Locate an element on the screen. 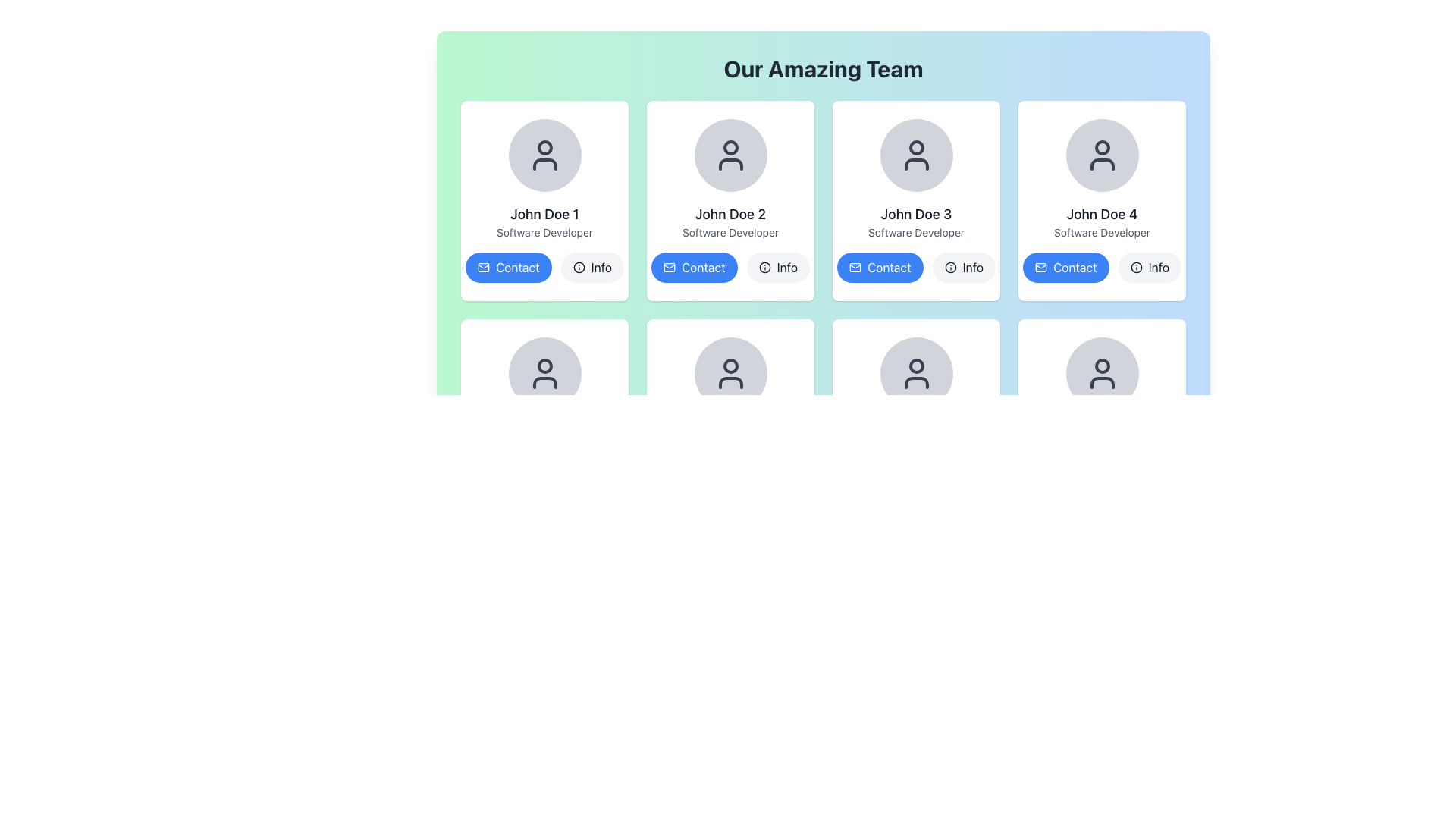 This screenshot has height=819, width=1456. the text label or button that provides information about 'John Doe 2' is located at coordinates (786, 267).